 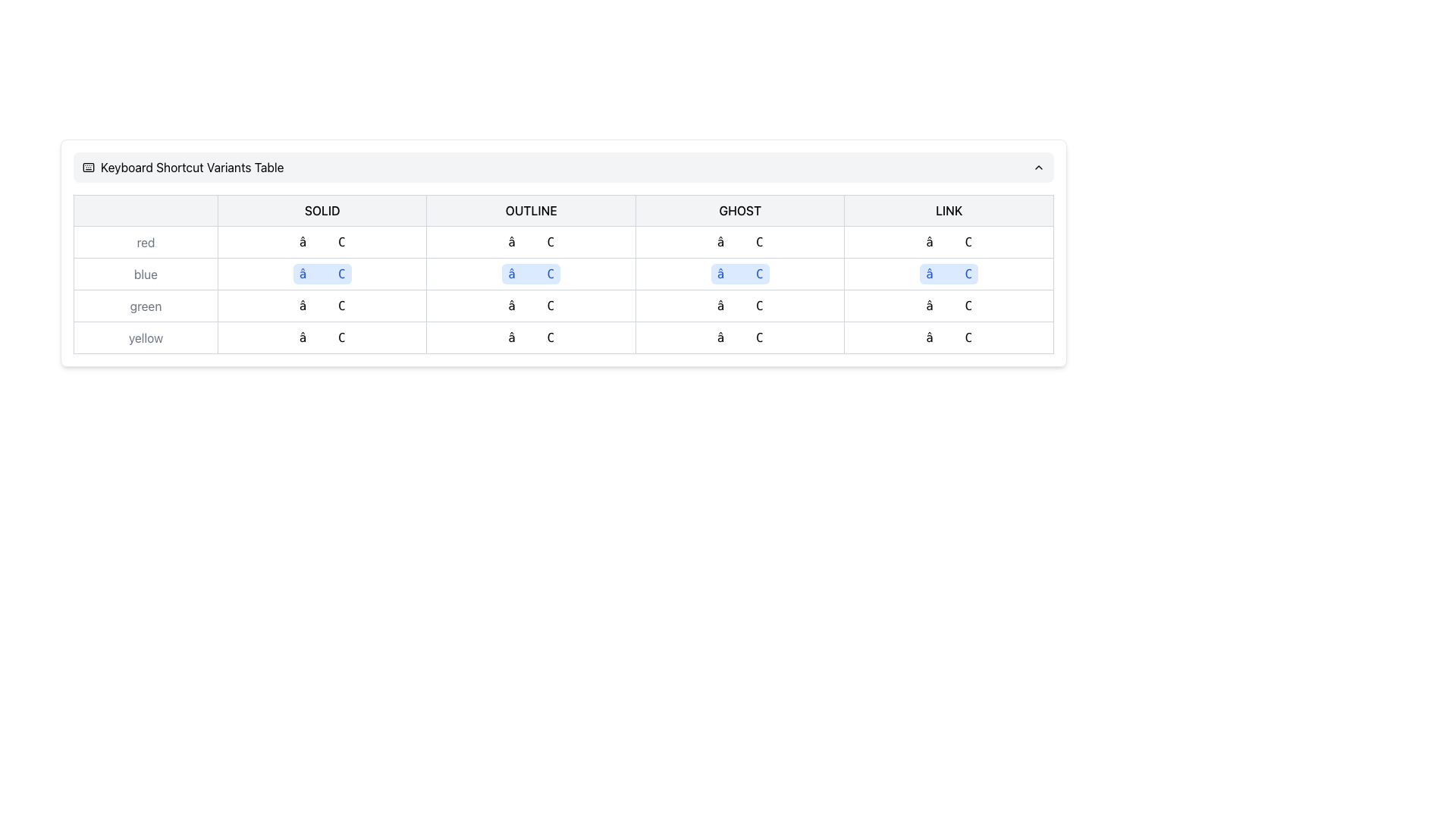 I want to click on the button-like visual representation labeled '⌘ C' in the second row 'blue' and first column 'SOLID', so click(x=322, y=274).